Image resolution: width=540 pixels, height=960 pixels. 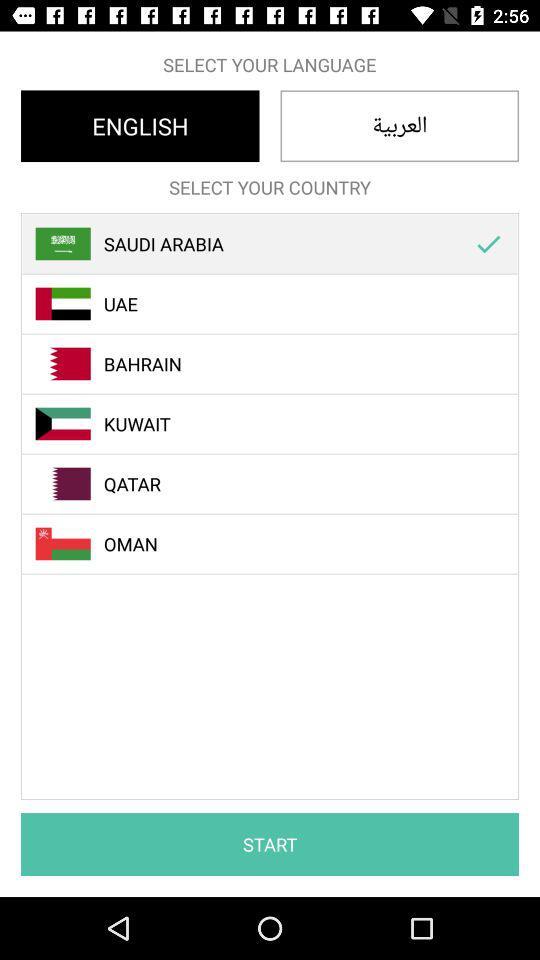 I want to click on the icon below select your language icon, so click(x=139, y=125).